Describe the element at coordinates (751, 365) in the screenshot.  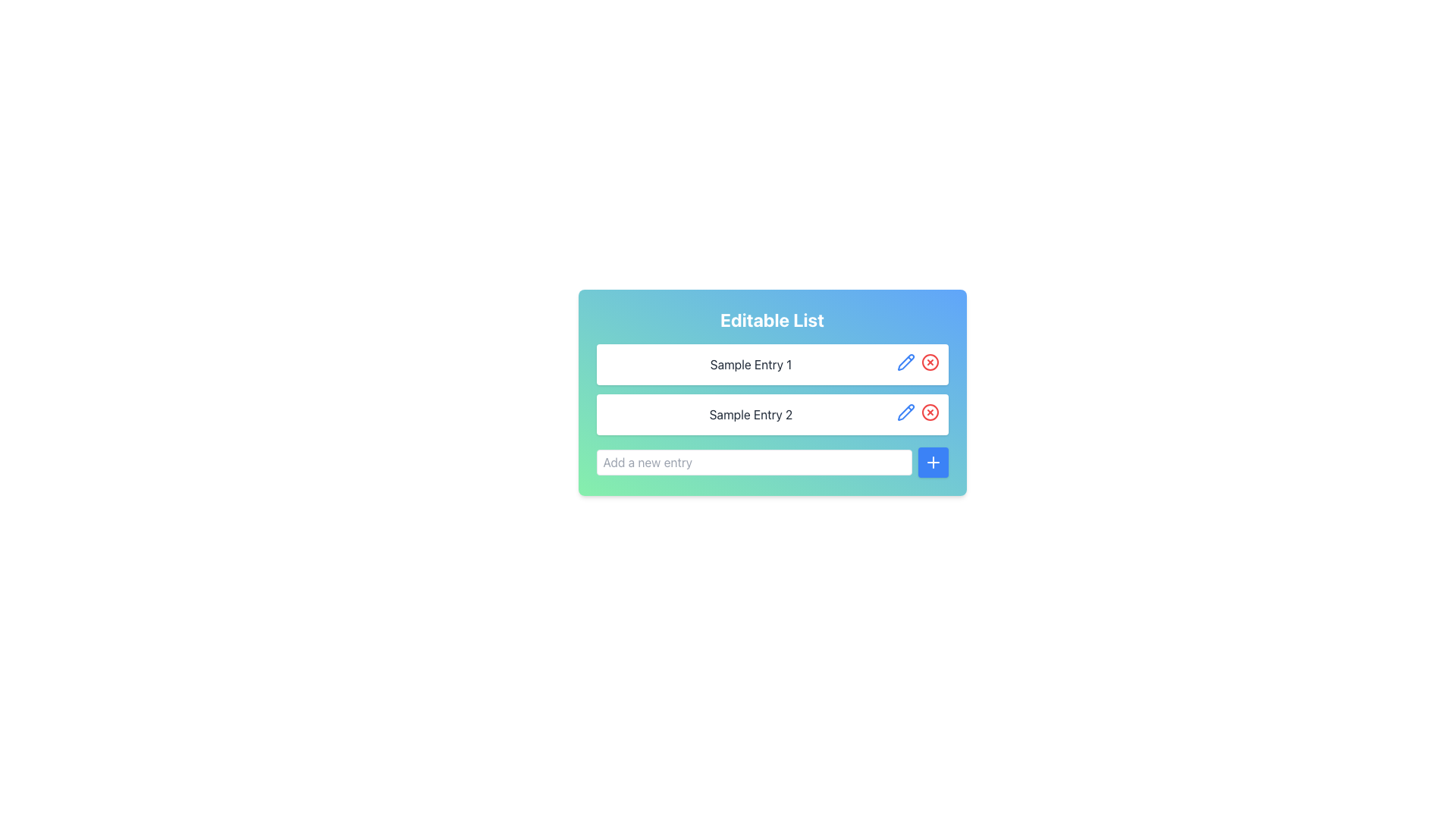
I see `the static text label in the first row of the 'Editable List' that indicates a specific entry, which is located before small interactive icons` at that location.